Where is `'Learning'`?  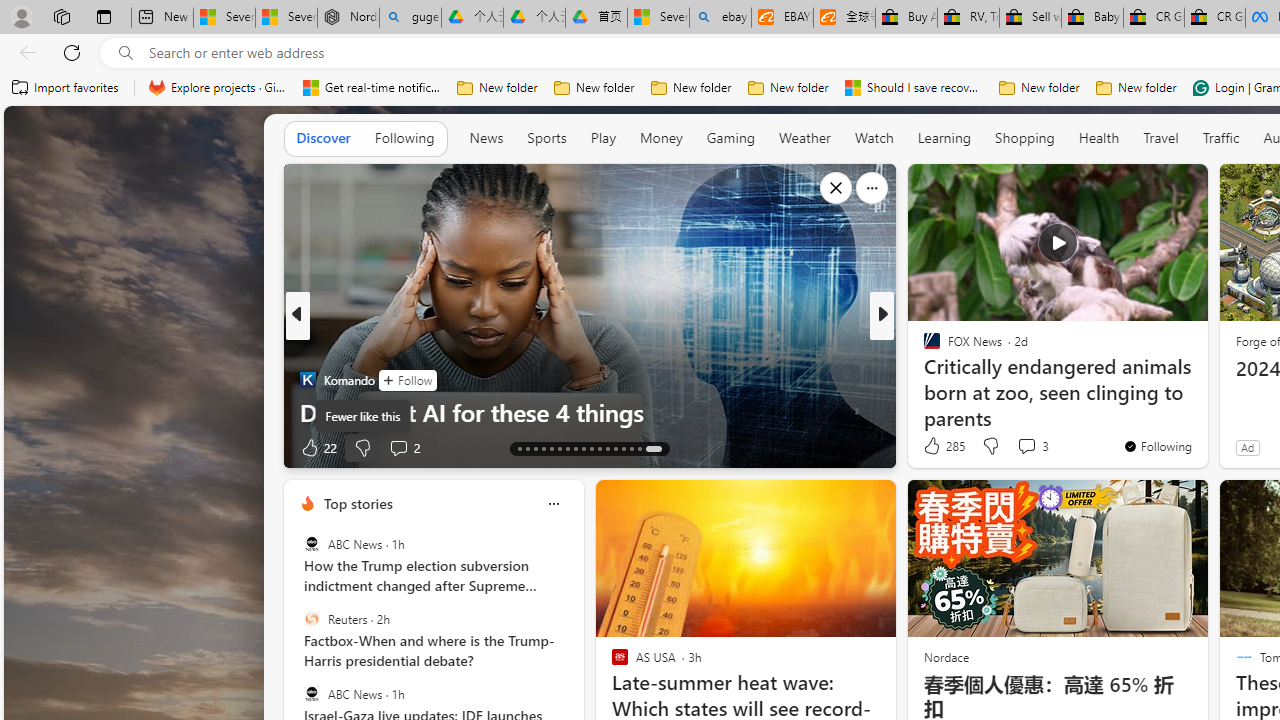 'Learning' is located at coordinates (943, 137).